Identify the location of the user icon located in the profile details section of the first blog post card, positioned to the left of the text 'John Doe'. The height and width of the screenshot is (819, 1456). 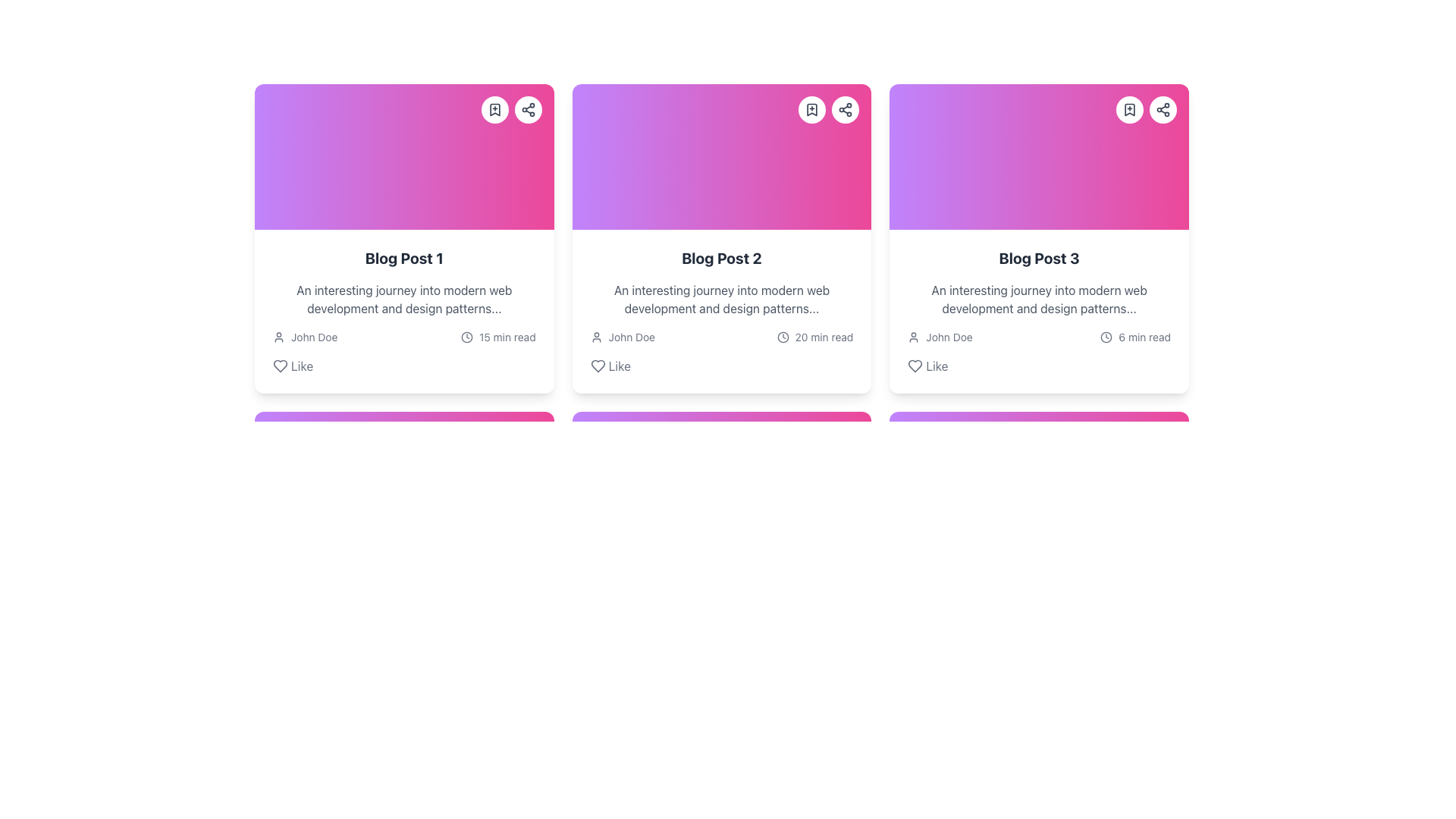
(279, 336).